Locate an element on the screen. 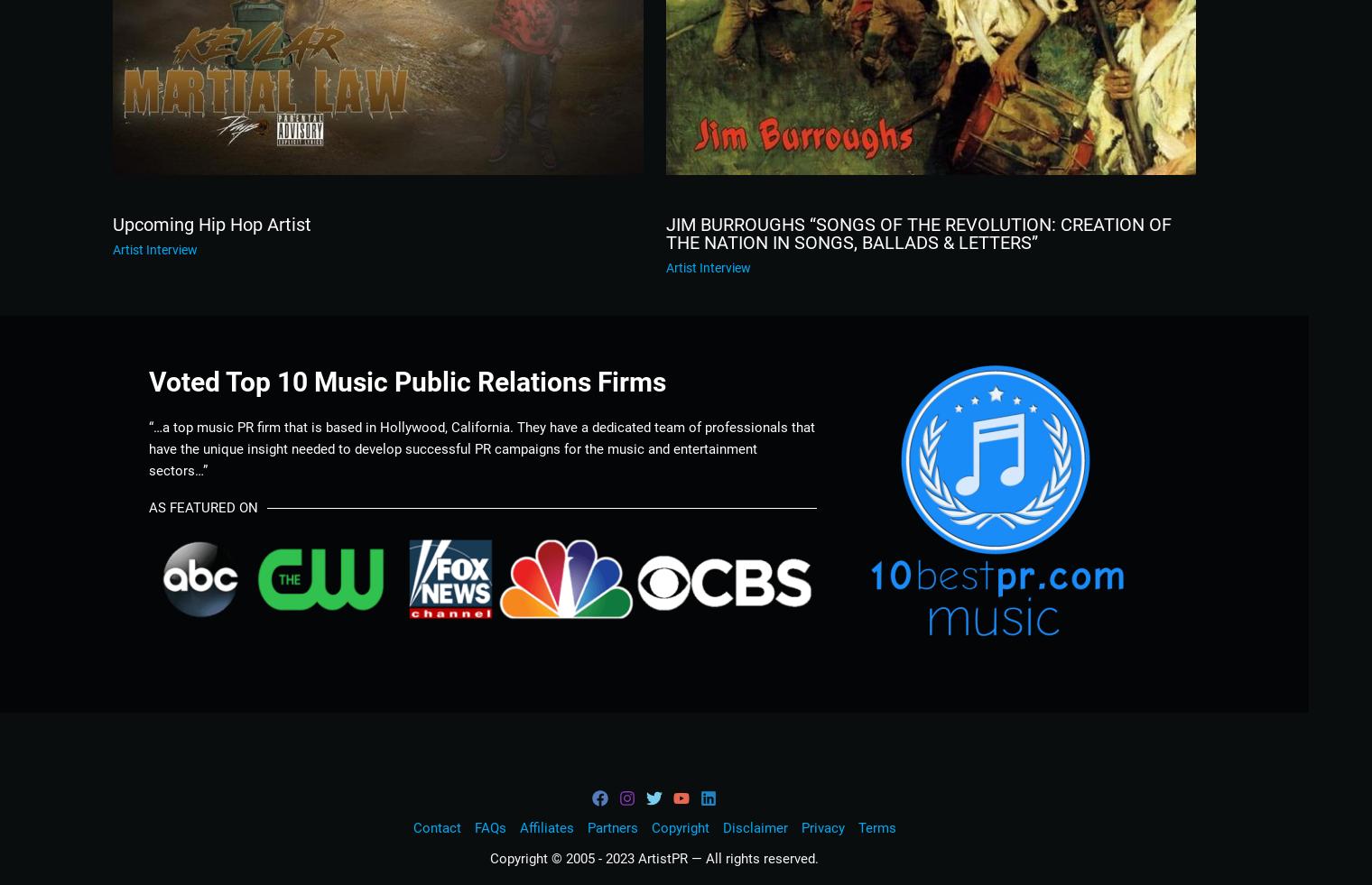 This screenshot has height=885, width=1372. 'AS FEATURED ON' is located at coordinates (202, 507).